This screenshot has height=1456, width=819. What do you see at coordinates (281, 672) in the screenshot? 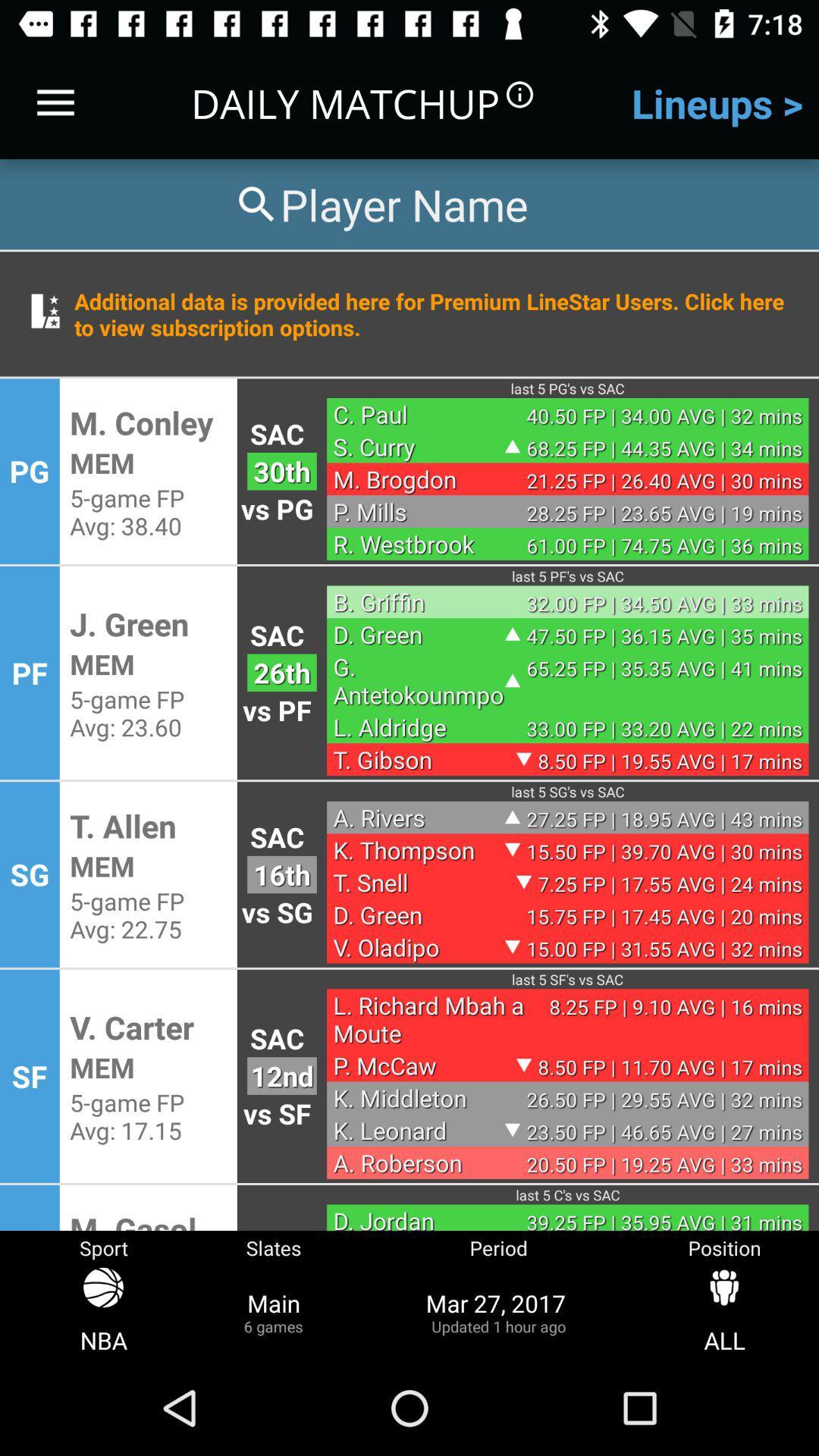
I see `the 26th icon` at bounding box center [281, 672].